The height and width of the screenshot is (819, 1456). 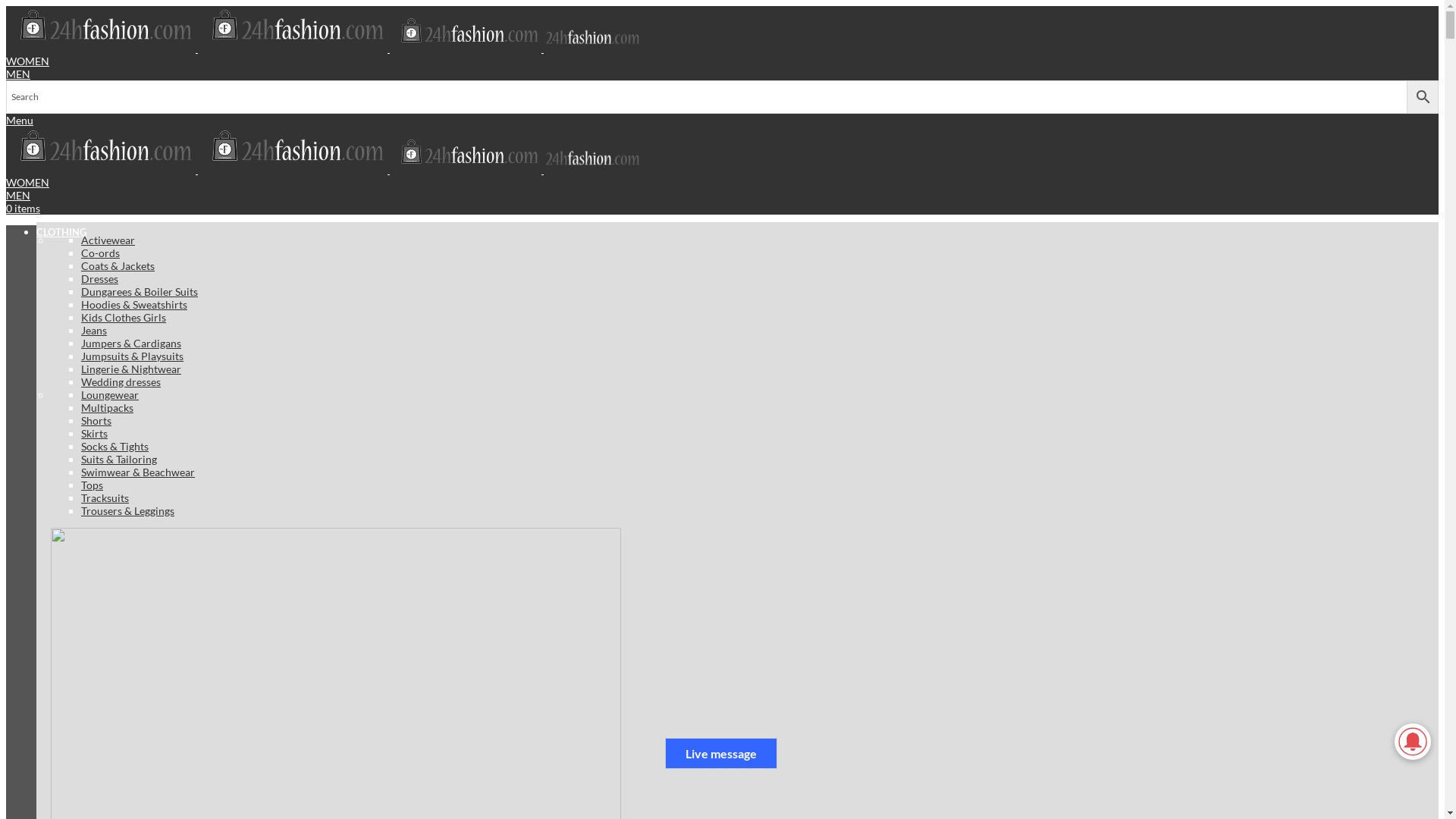 What do you see at coordinates (124, 316) in the screenshot?
I see `'Kids Clothes Girls'` at bounding box center [124, 316].